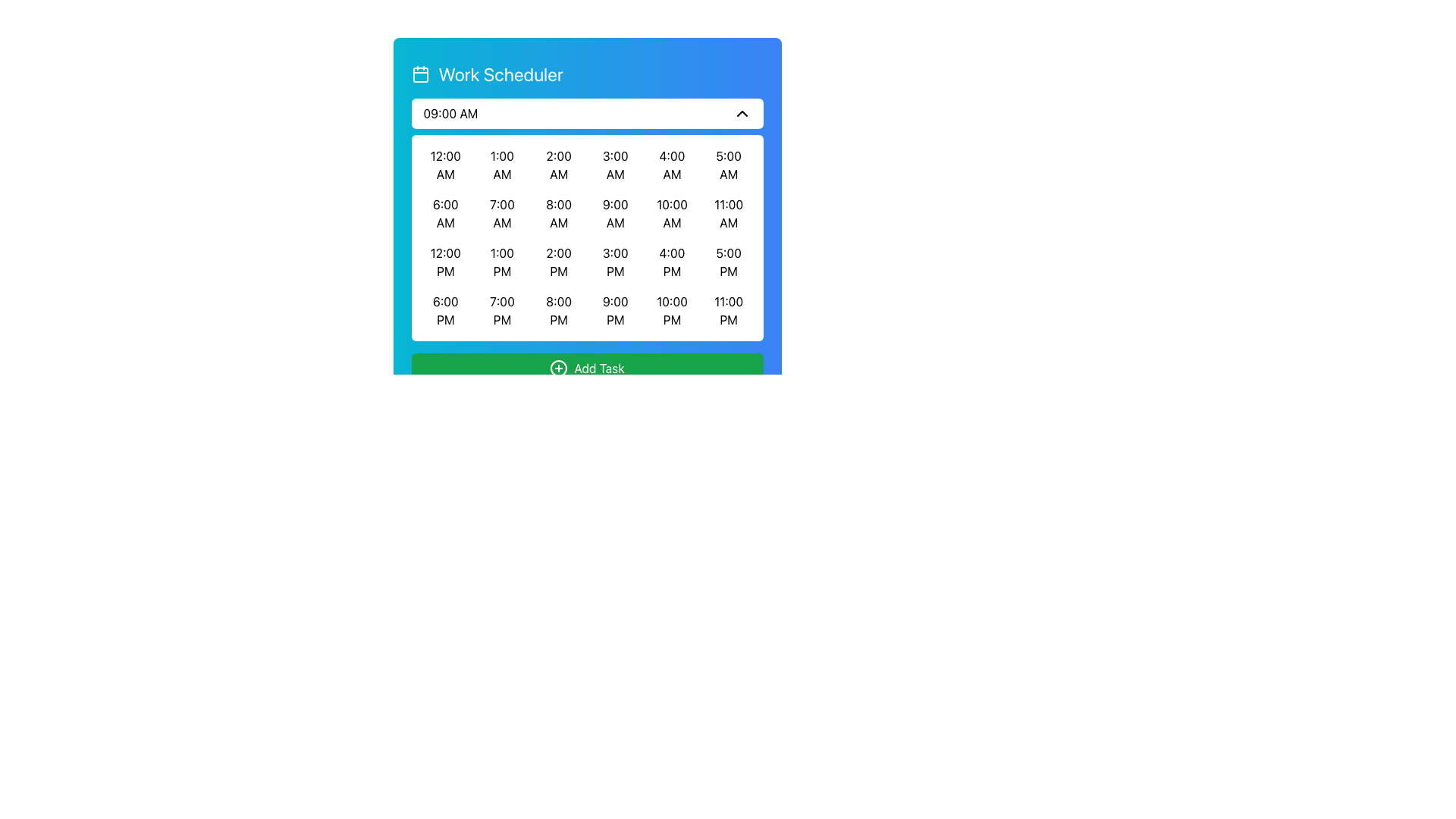  What do you see at coordinates (729, 213) in the screenshot?
I see `the time selection button for '11:00 AM' located in the fifth column and second row of the grid layout` at bounding box center [729, 213].